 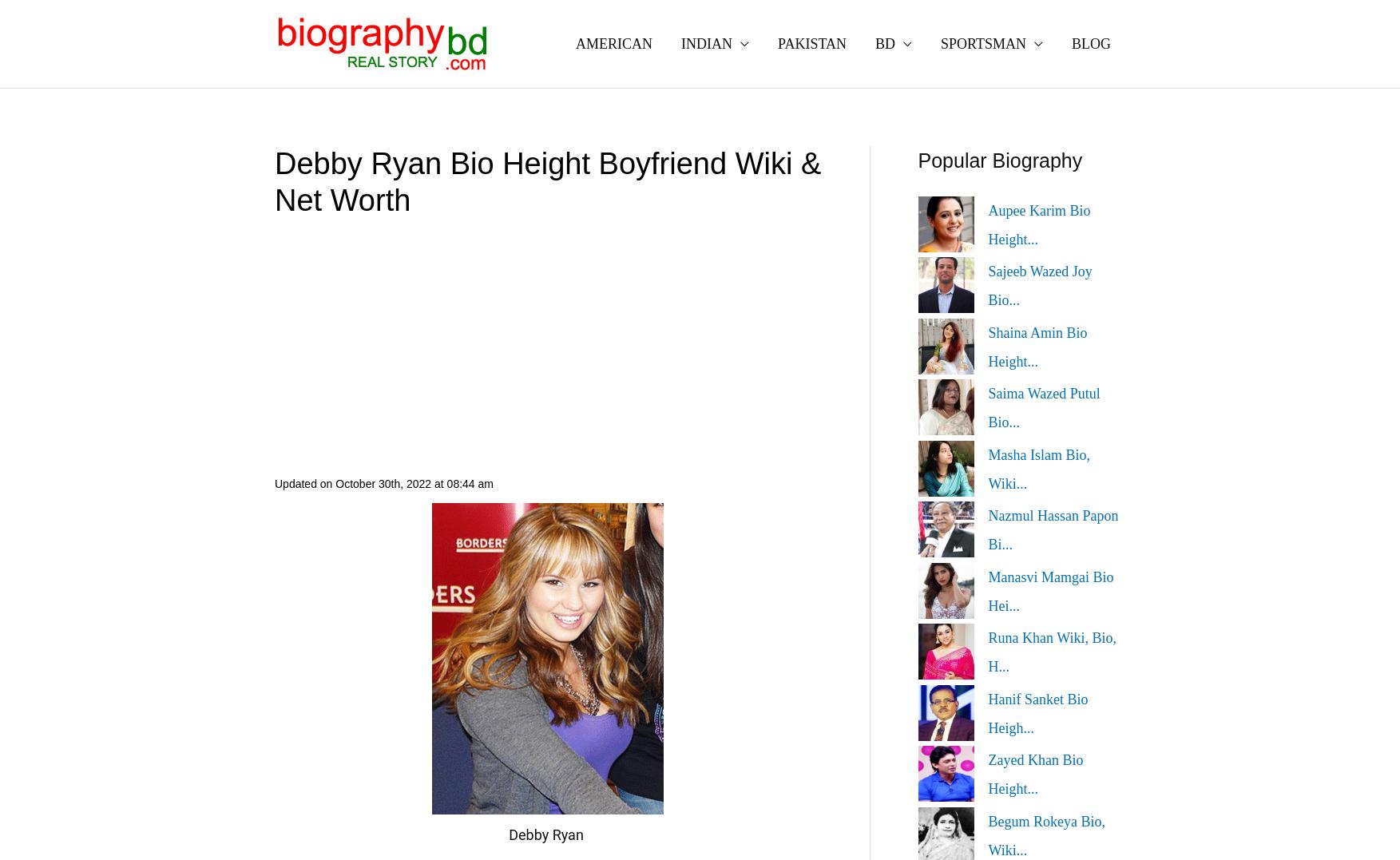 I want to click on 'BLOG', so click(x=1090, y=44).